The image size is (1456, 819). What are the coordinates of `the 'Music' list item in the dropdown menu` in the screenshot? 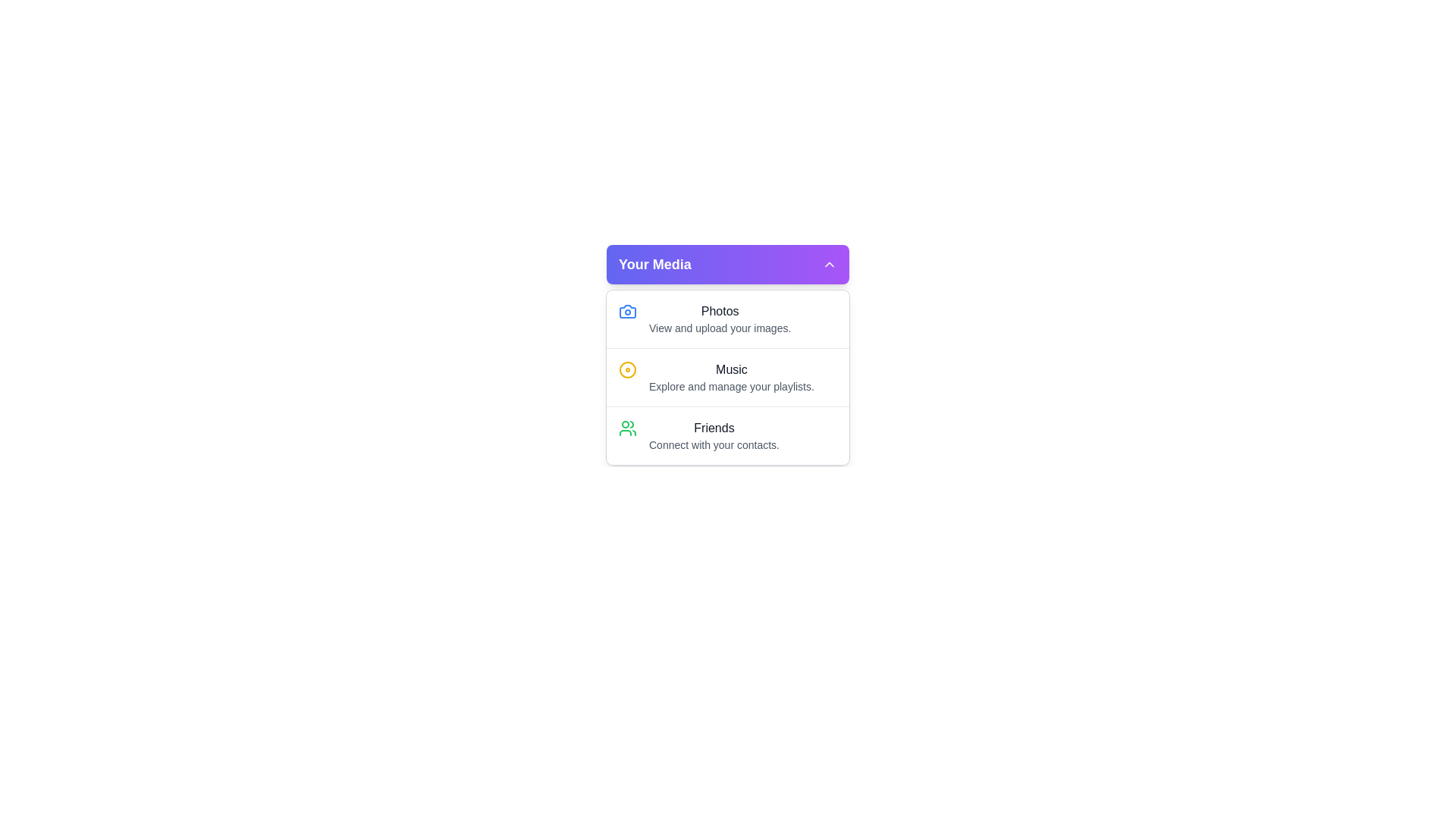 It's located at (728, 376).